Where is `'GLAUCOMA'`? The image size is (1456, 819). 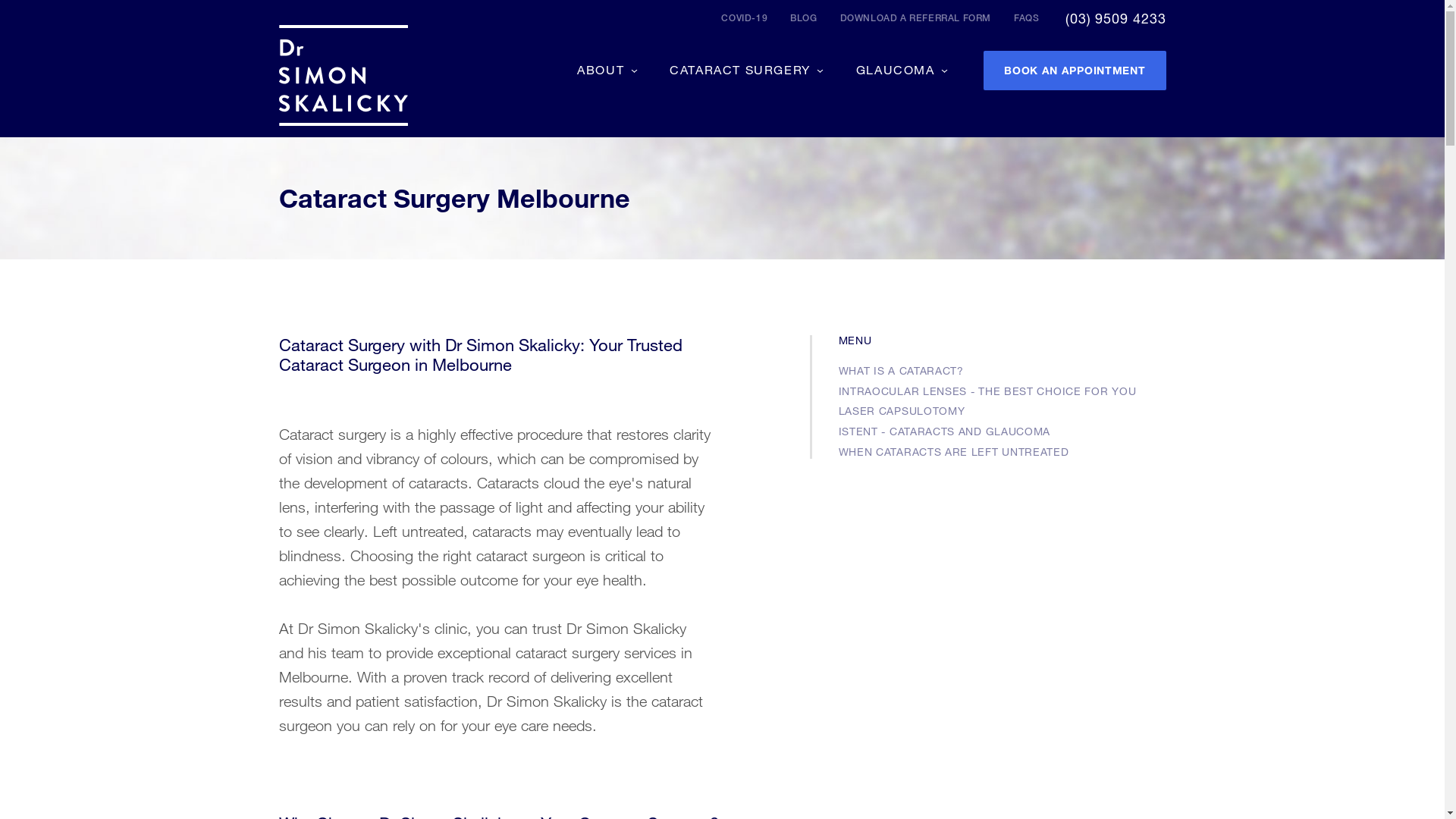
'GLAUCOMA' is located at coordinates (901, 69).